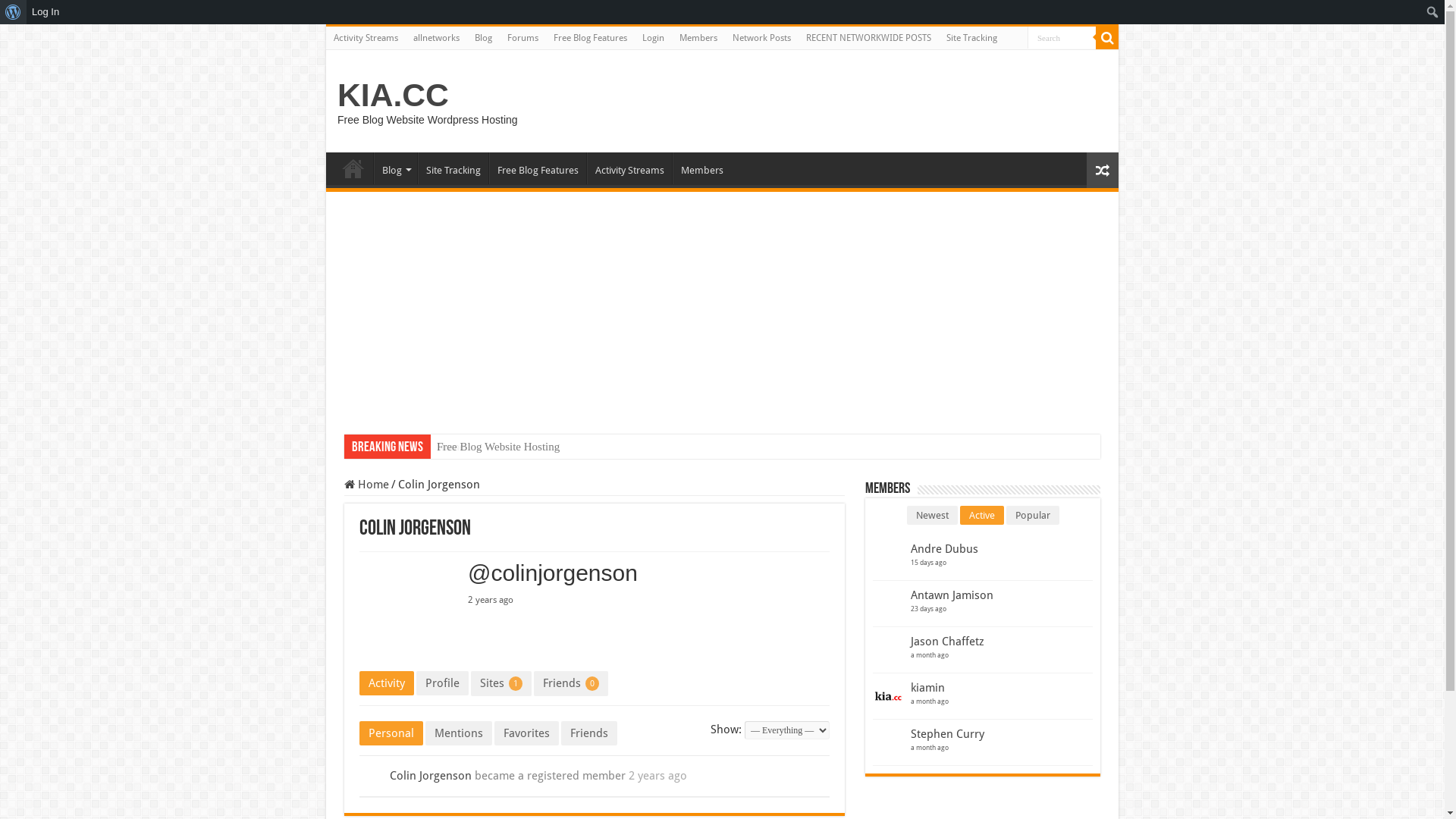 Image resolution: width=1456 pixels, height=819 pixels. I want to click on 'KIA.CC', so click(393, 94).